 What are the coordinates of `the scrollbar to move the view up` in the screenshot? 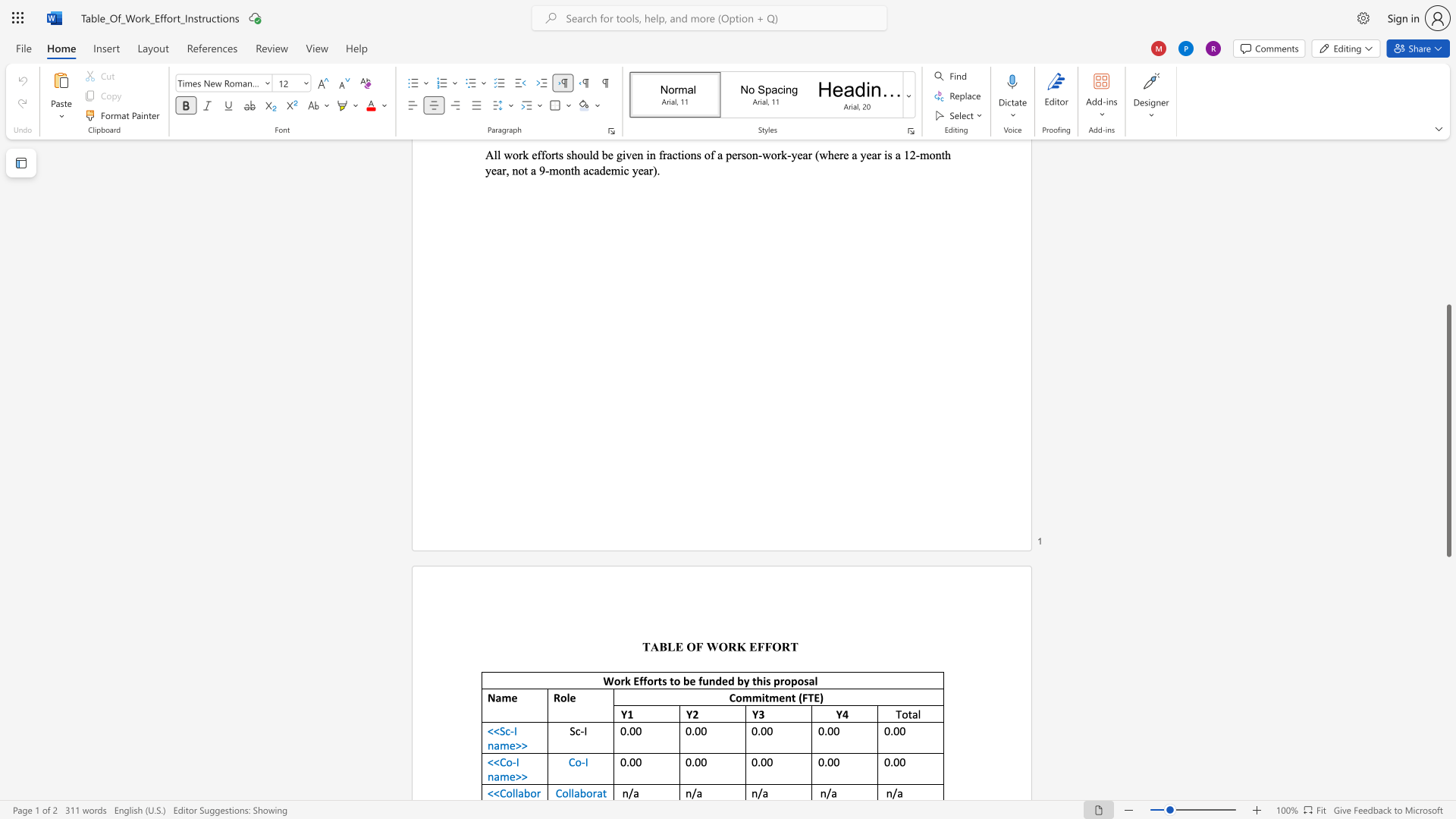 It's located at (1448, 205).